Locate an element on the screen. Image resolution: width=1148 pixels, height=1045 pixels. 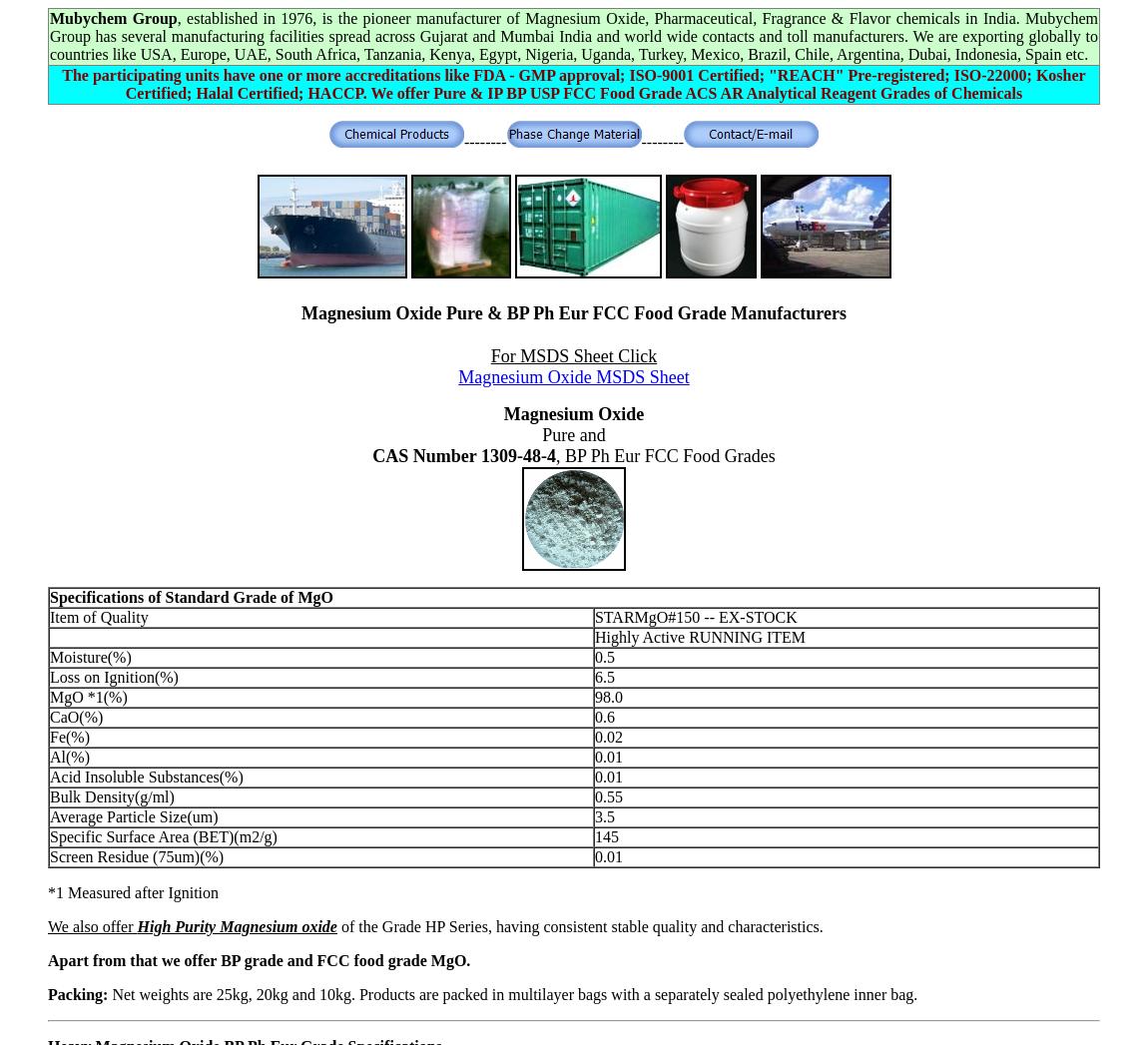
'145' is located at coordinates (604, 835).